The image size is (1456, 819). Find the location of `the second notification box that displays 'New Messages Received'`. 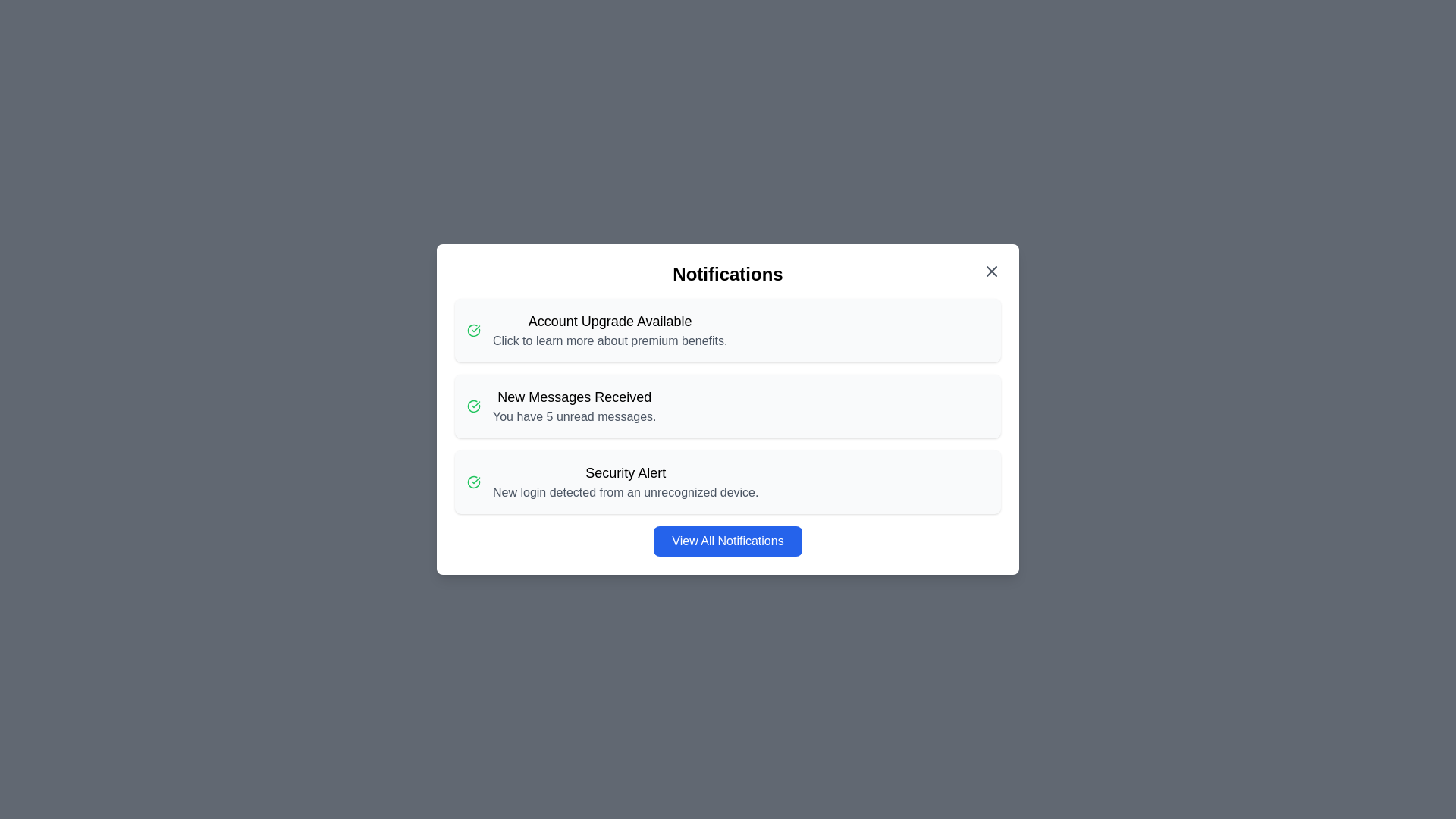

the second notification box that displays 'New Messages Received' is located at coordinates (728, 406).